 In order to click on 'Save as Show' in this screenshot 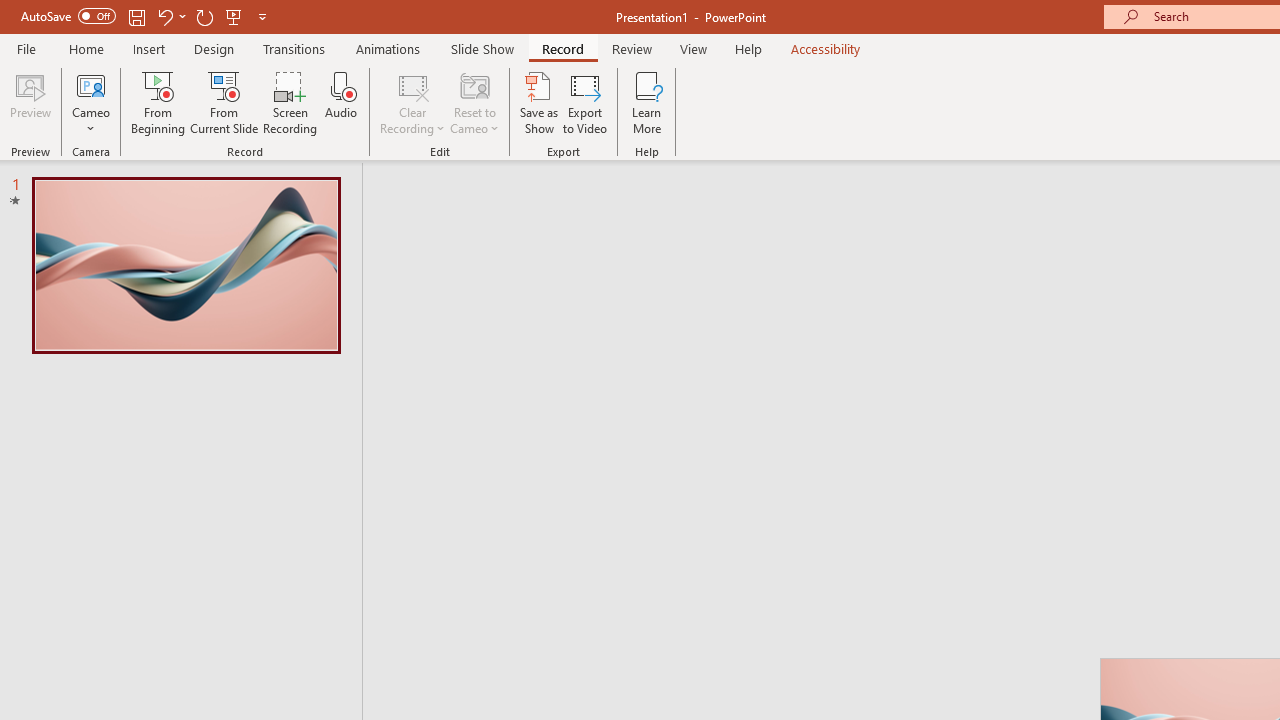, I will do `click(539, 103)`.